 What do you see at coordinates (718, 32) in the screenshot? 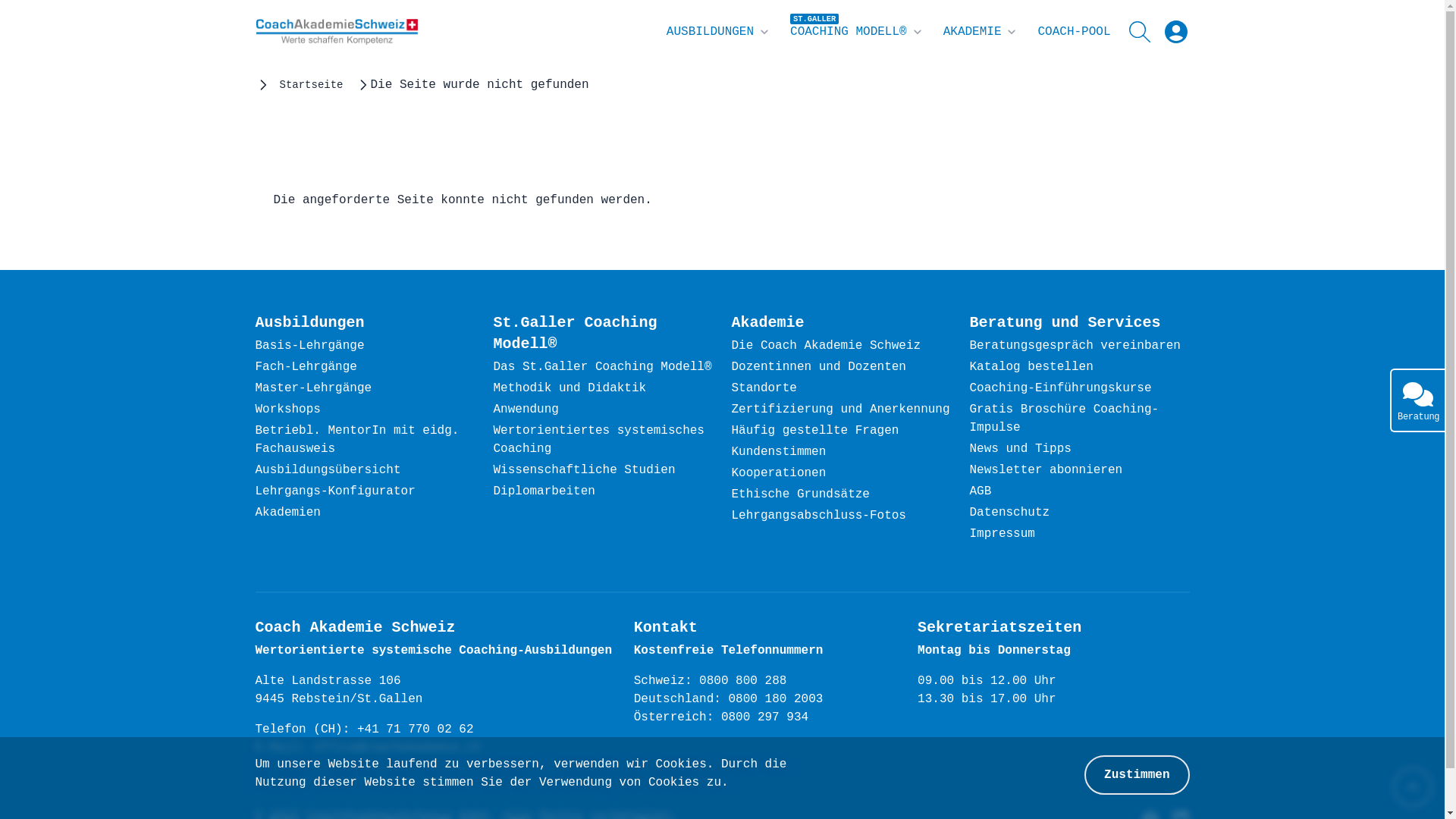
I see `'AUSBILDUNGEN'` at bounding box center [718, 32].